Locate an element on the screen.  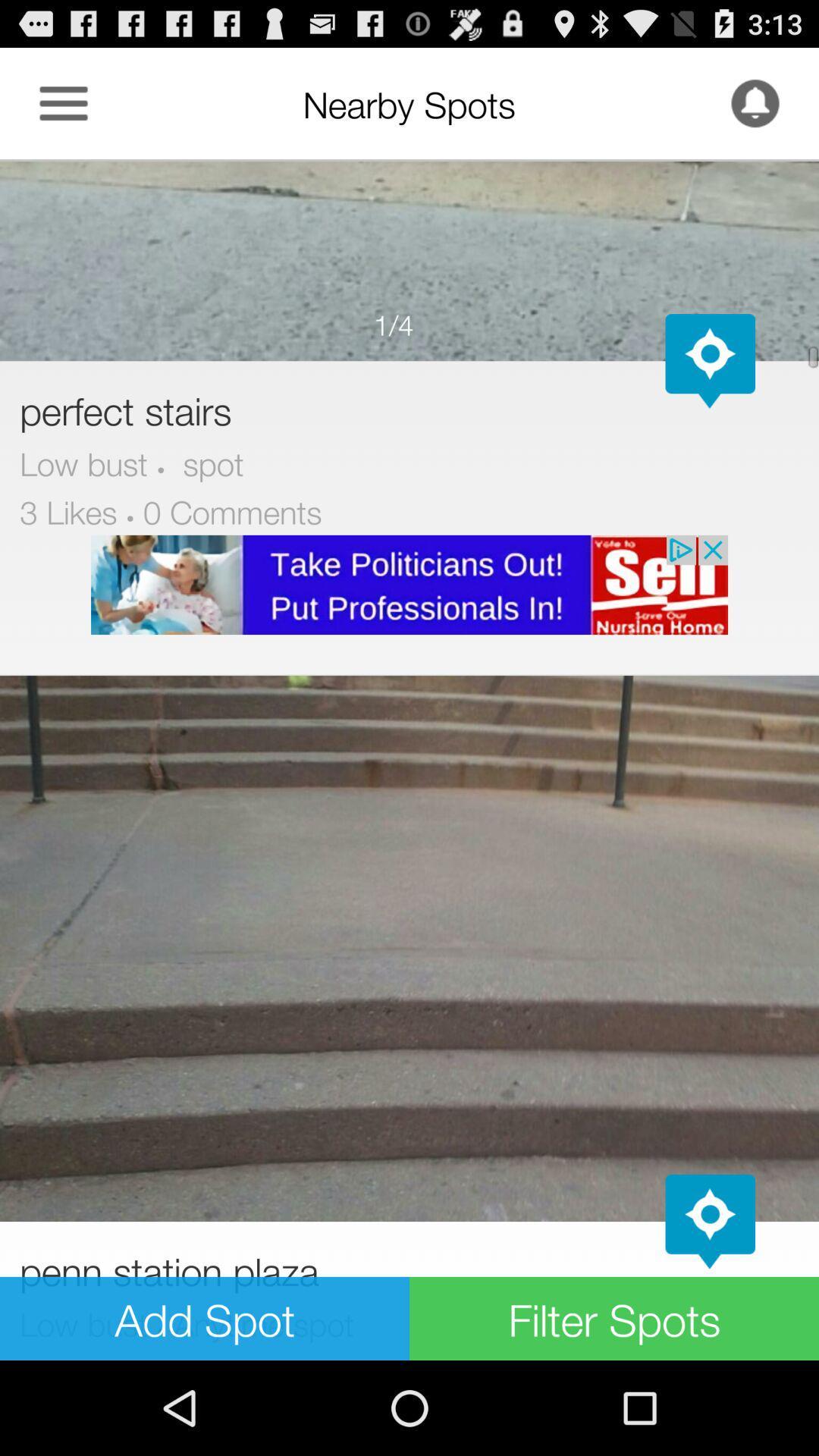
button to activate the menu is located at coordinates (63, 102).